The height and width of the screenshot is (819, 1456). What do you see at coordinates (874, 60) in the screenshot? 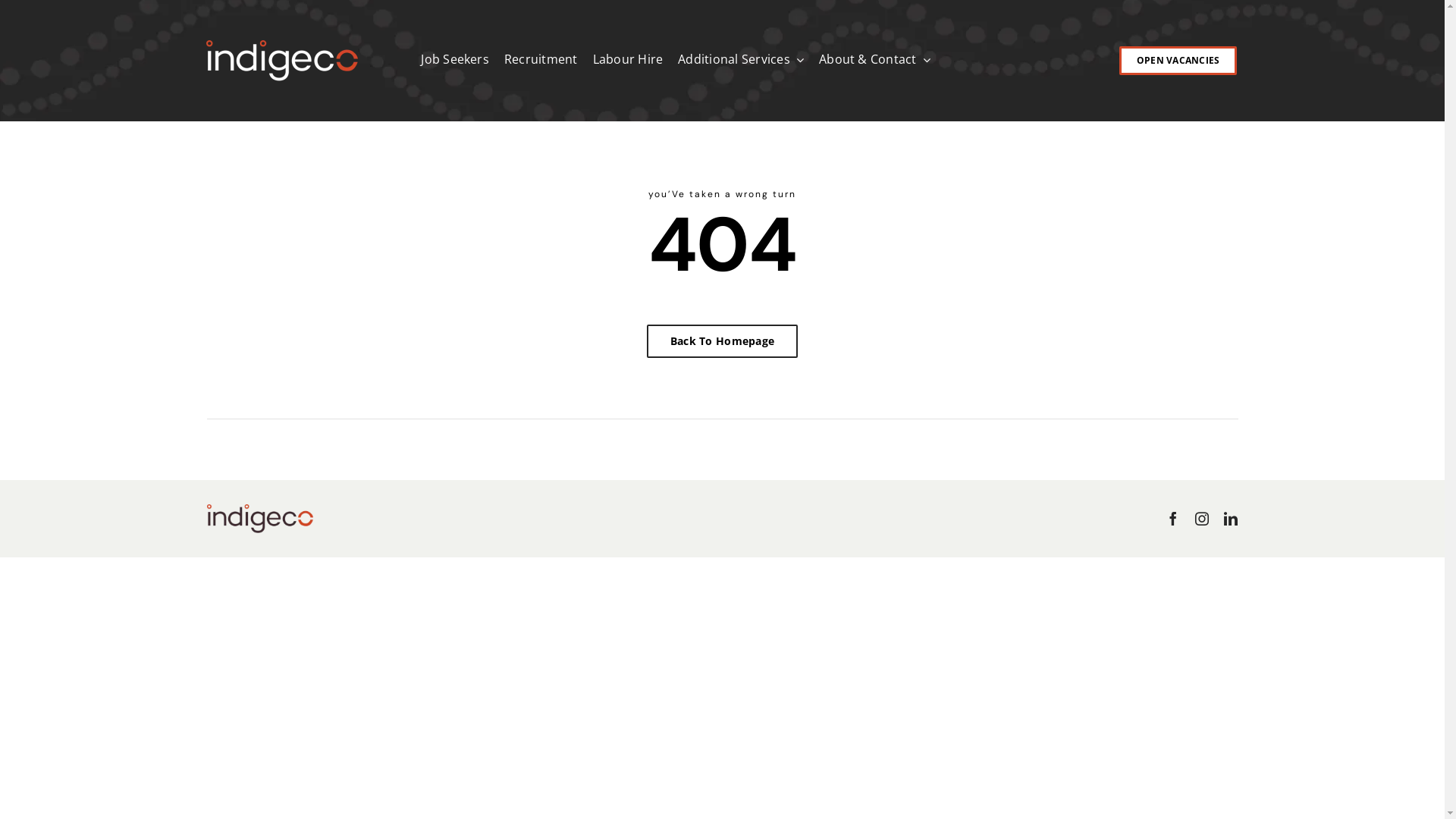
I see `'About & Contact'` at bounding box center [874, 60].